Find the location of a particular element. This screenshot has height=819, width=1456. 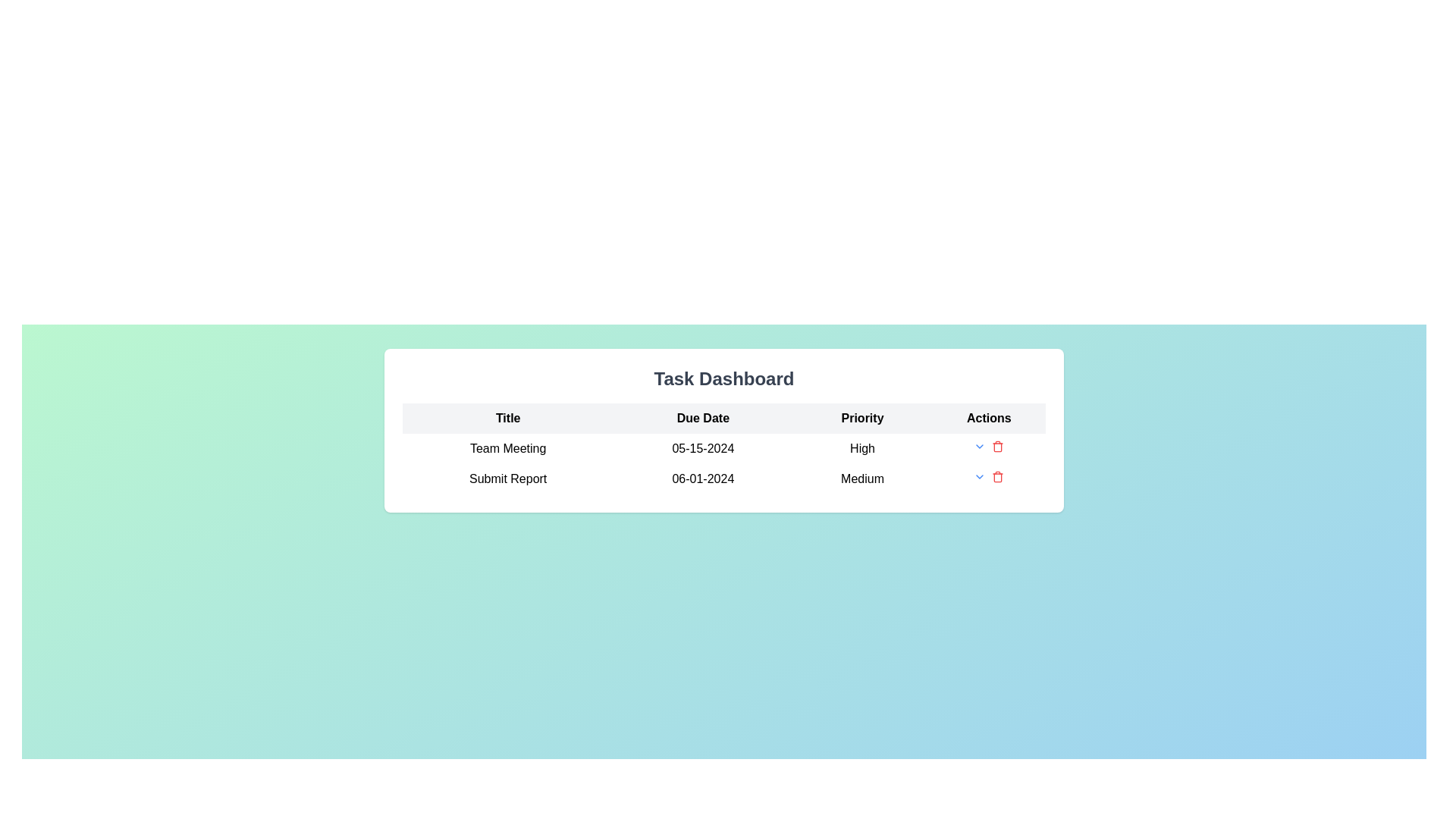

the dropdown icon in the Control group for the 'Submit Report' task is located at coordinates (989, 479).